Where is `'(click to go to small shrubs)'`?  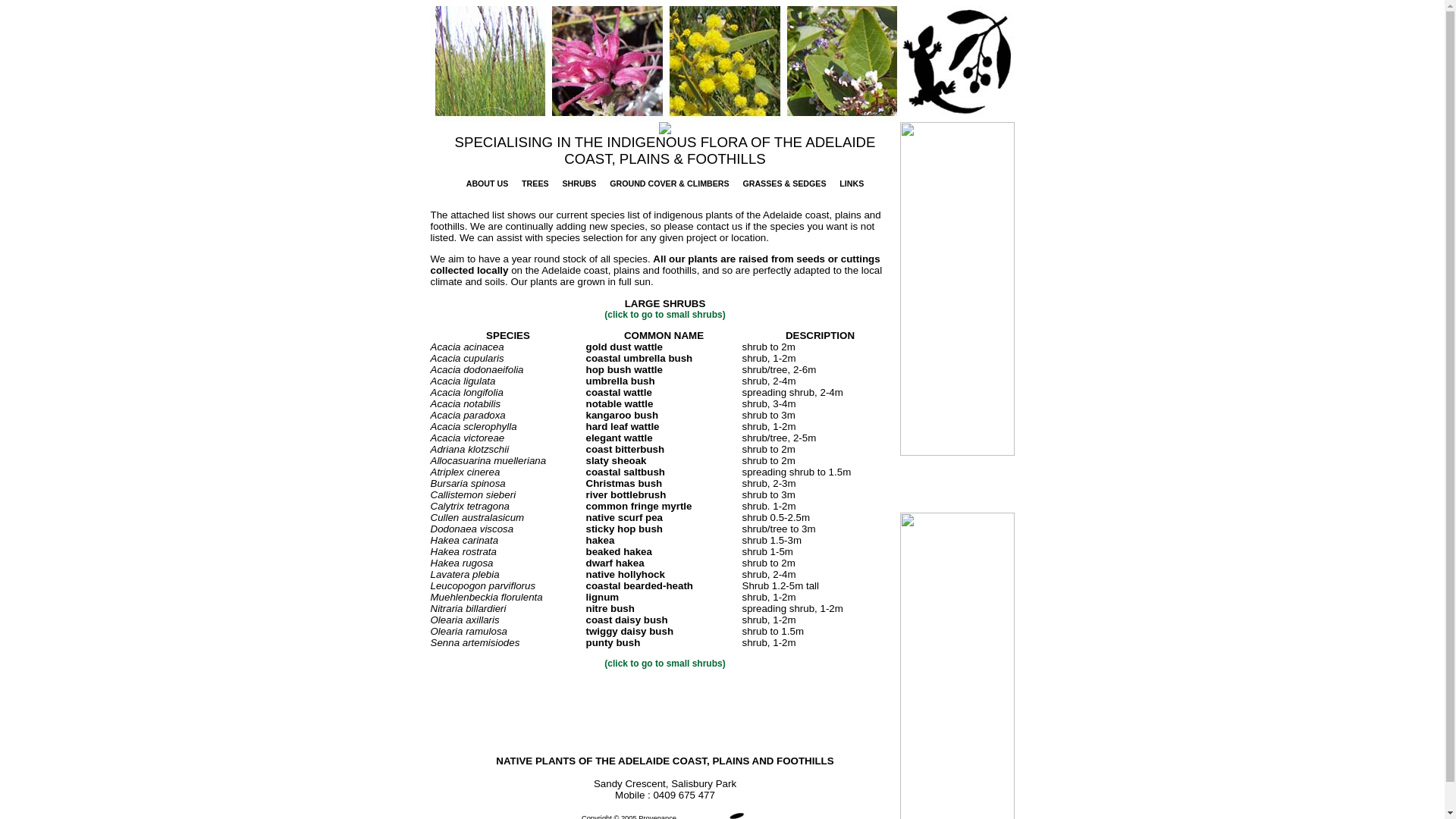
'(click to go to small shrubs)' is located at coordinates (664, 314).